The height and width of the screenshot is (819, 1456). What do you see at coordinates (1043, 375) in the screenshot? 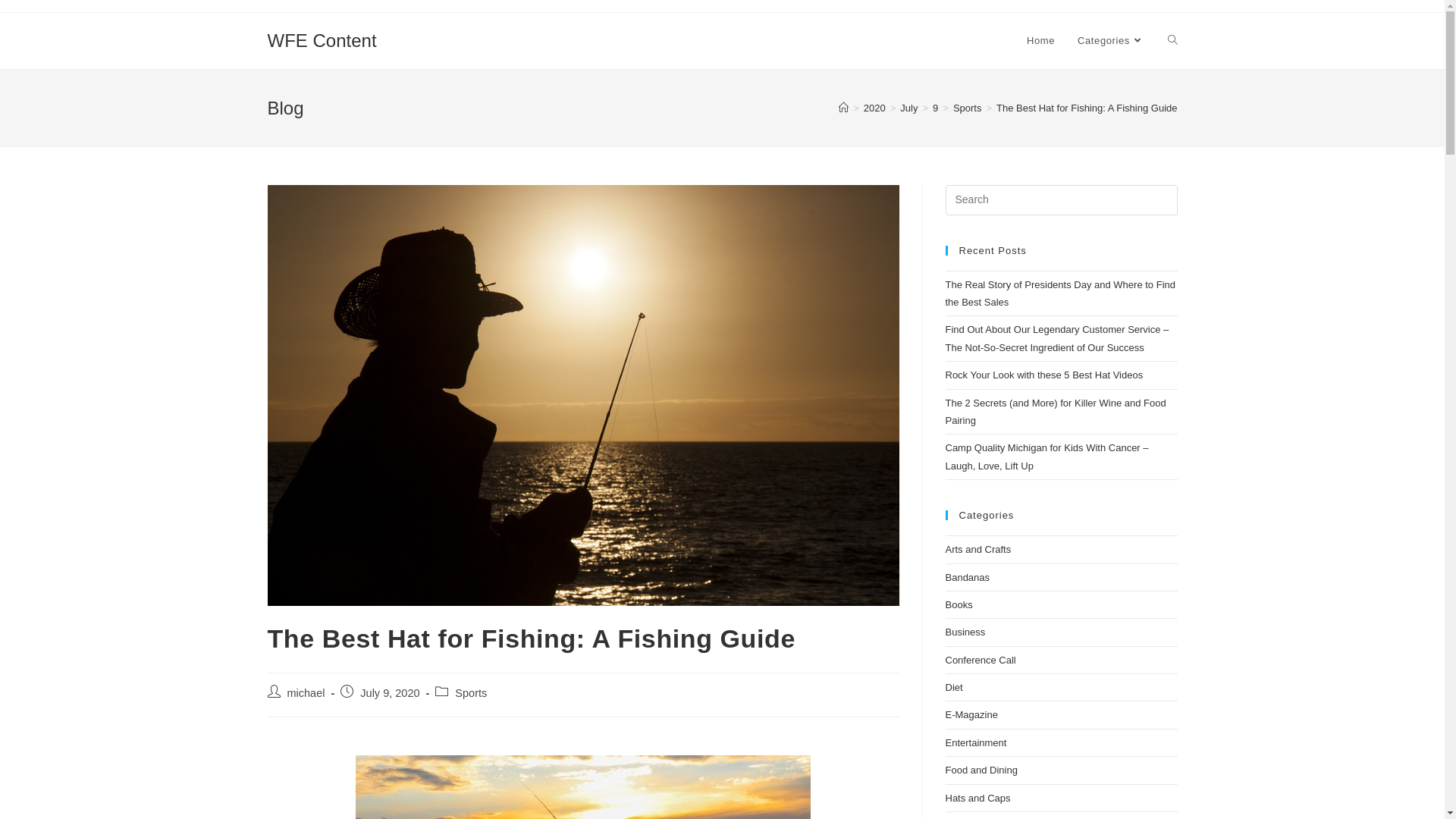
I see `'Rock Your Look with these 5 Best Hat Videos'` at bounding box center [1043, 375].